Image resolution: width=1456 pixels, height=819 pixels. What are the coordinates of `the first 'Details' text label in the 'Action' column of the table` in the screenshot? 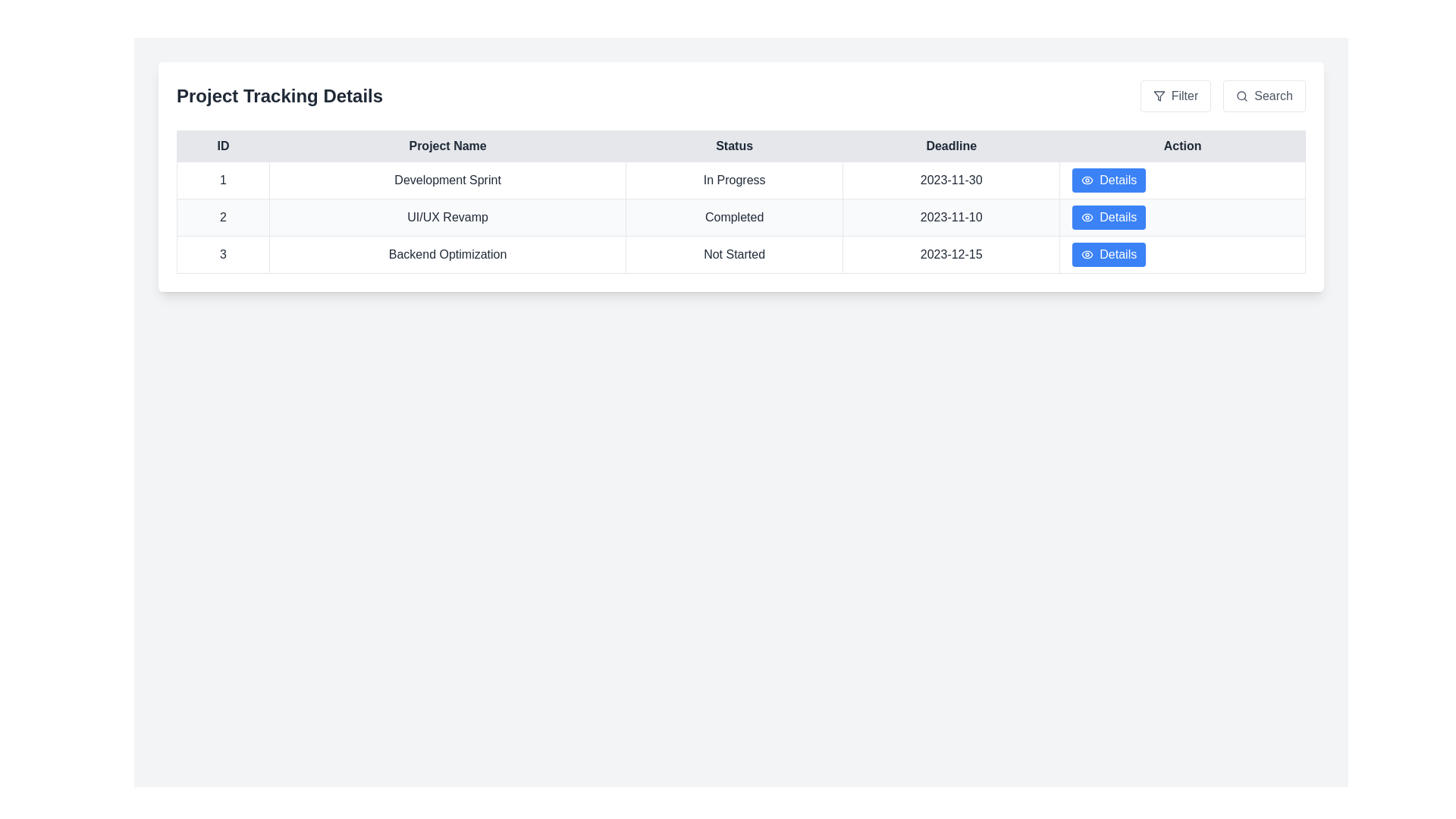 It's located at (1118, 180).